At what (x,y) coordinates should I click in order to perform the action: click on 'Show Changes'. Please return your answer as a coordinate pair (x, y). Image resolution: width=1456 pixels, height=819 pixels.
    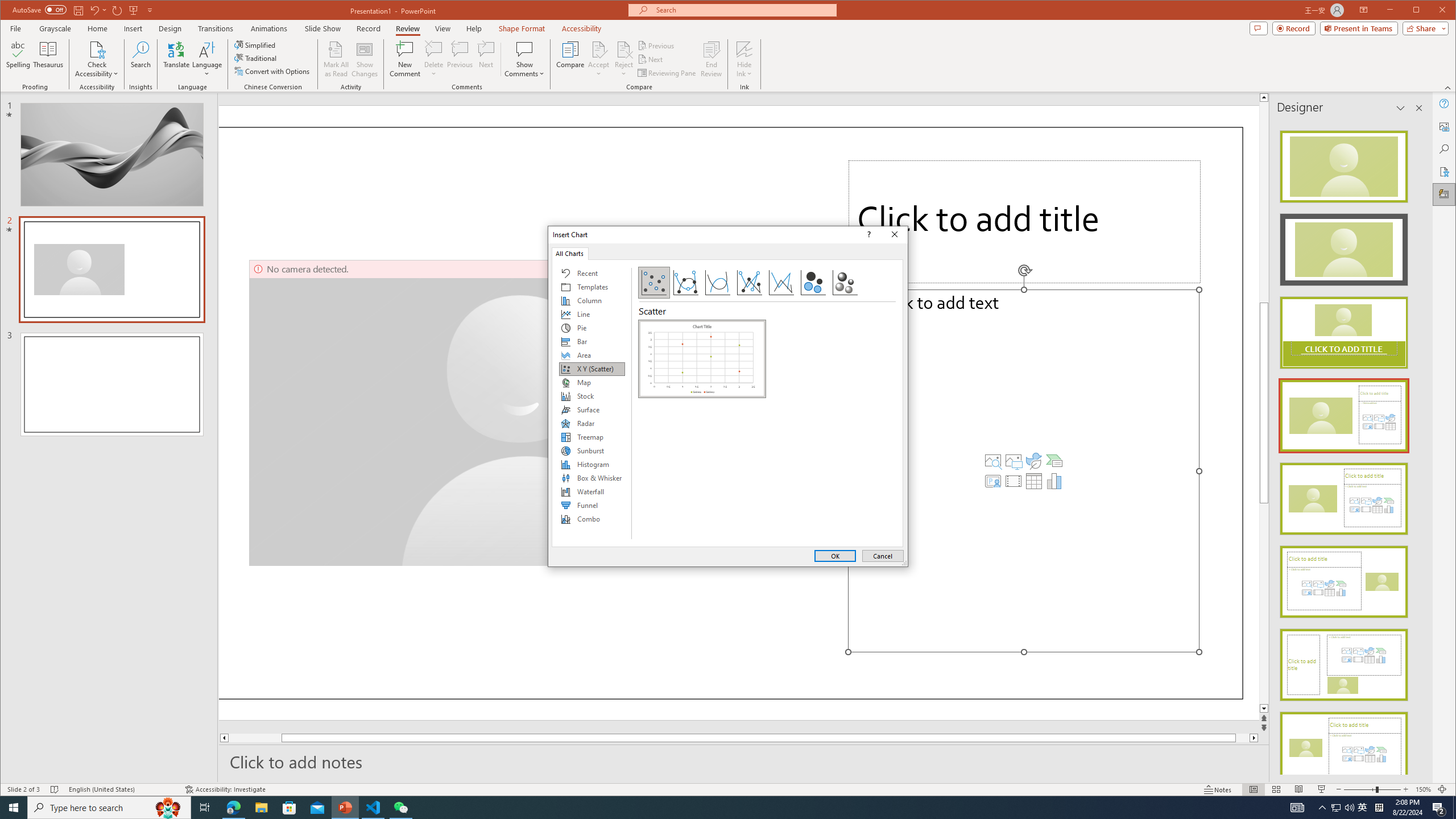
    Looking at the image, I should click on (365, 59).